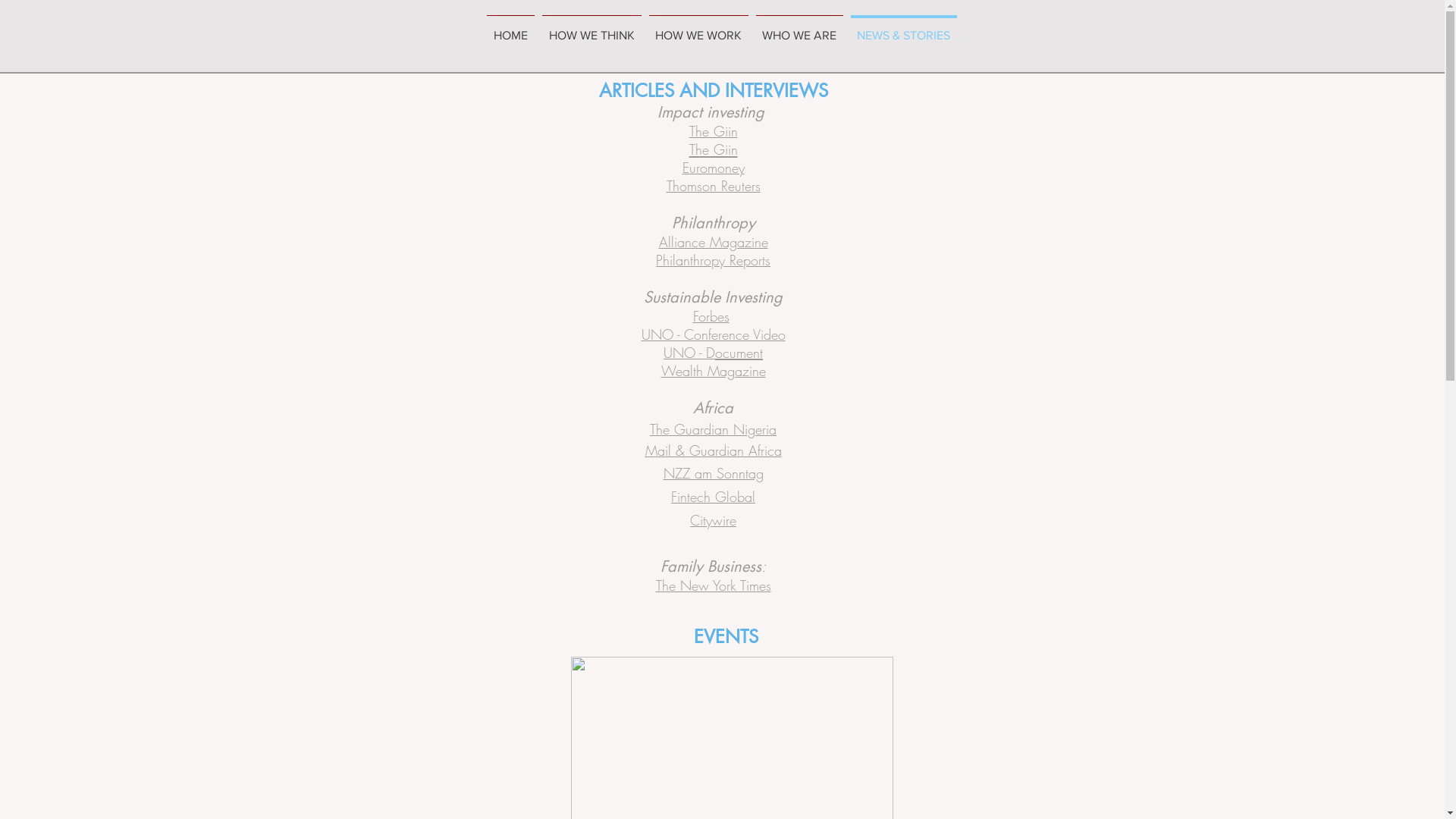  What do you see at coordinates (712, 167) in the screenshot?
I see `'Euromoney'` at bounding box center [712, 167].